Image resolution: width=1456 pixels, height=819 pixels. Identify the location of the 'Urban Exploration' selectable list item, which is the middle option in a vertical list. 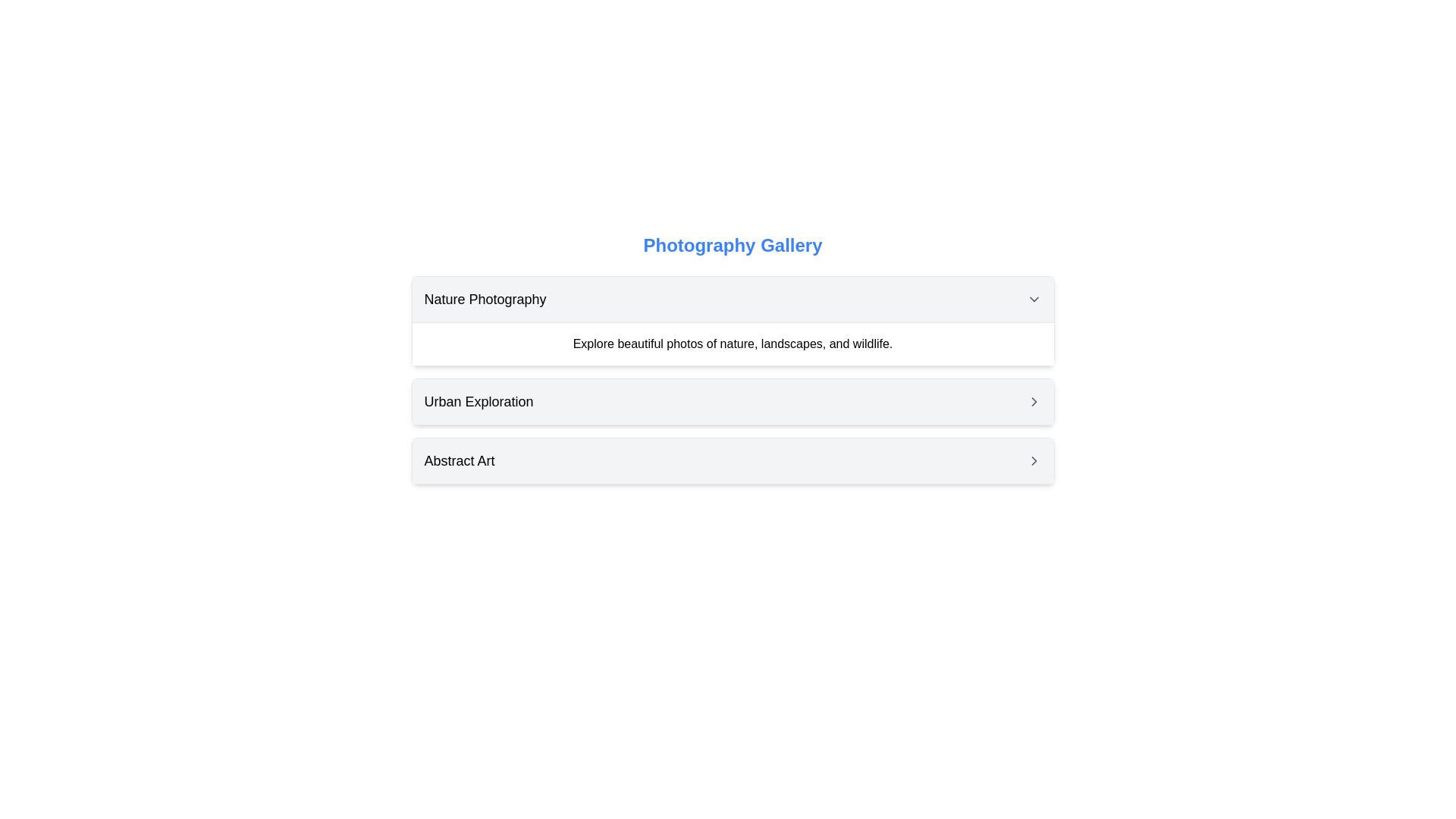
(733, 400).